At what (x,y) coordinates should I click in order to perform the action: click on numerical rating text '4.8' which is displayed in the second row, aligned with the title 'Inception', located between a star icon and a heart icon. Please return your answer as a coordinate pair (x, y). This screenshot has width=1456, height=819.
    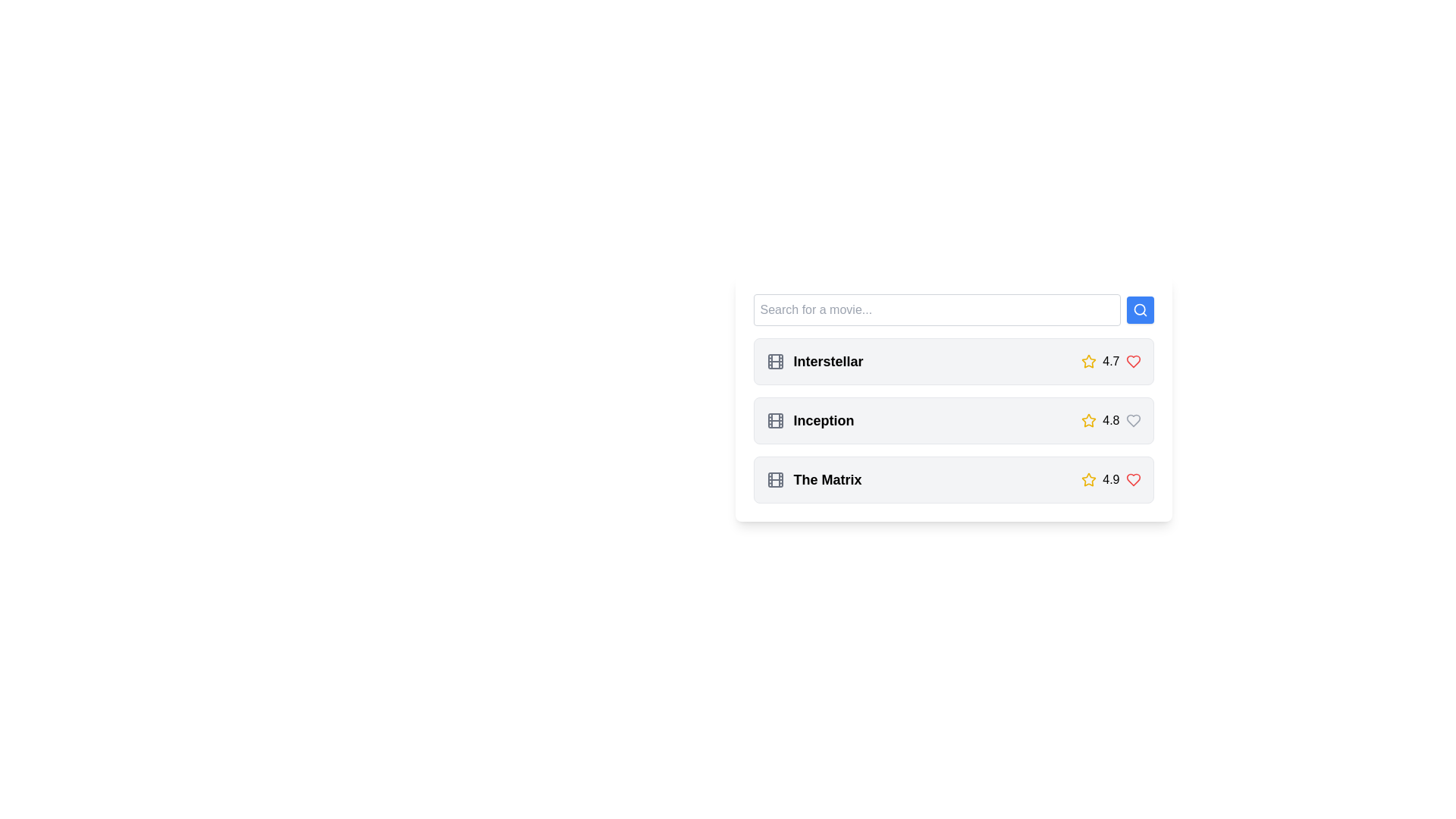
    Looking at the image, I should click on (1111, 421).